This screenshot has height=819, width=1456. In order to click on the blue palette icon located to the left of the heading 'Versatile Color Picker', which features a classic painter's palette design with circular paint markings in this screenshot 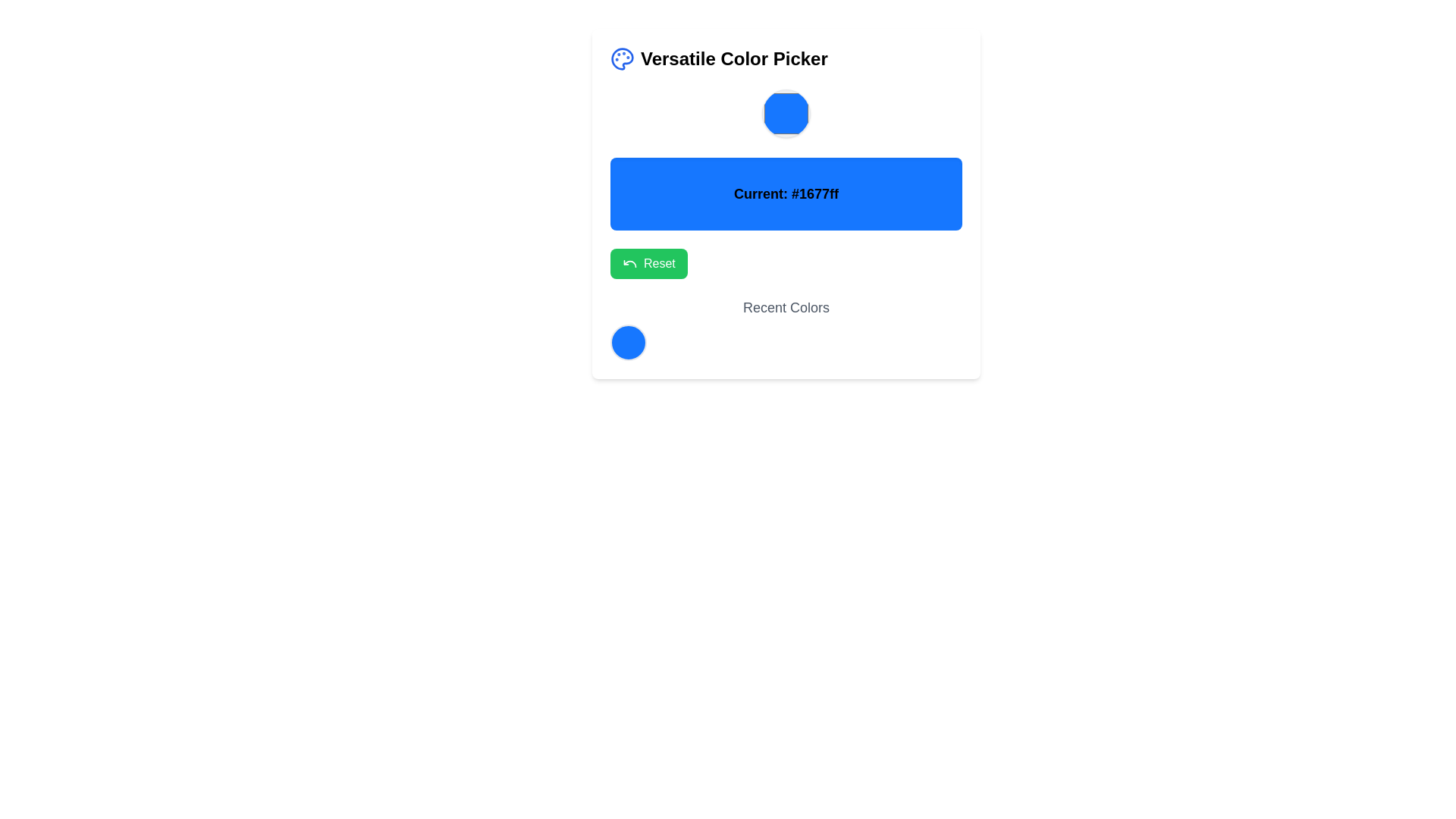, I will do `click(622, 58)`.